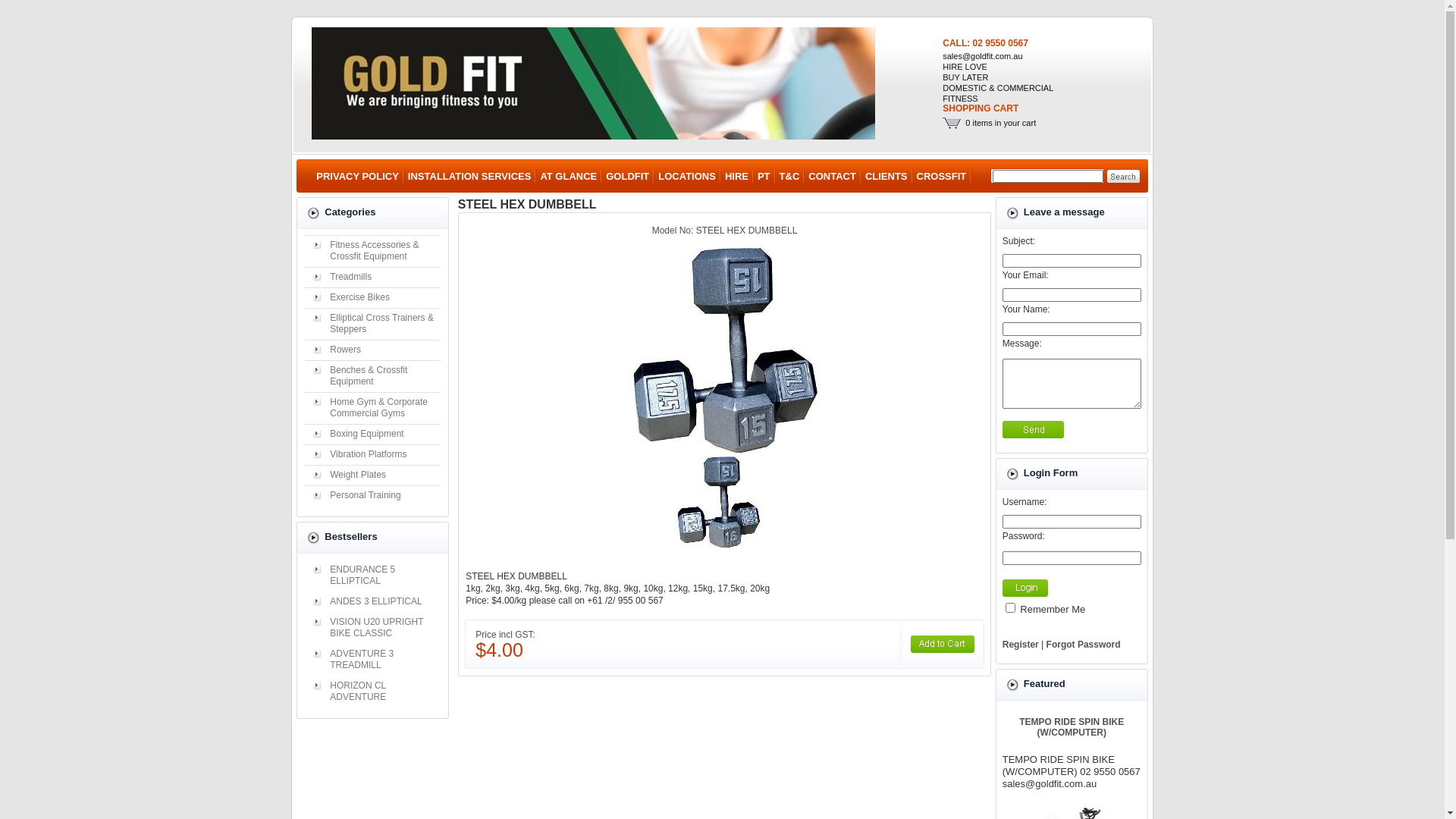  What do you see at coordinates (372, 350) in the screenshot?
I see `'Rowers'` at bounding box center [372, 350].